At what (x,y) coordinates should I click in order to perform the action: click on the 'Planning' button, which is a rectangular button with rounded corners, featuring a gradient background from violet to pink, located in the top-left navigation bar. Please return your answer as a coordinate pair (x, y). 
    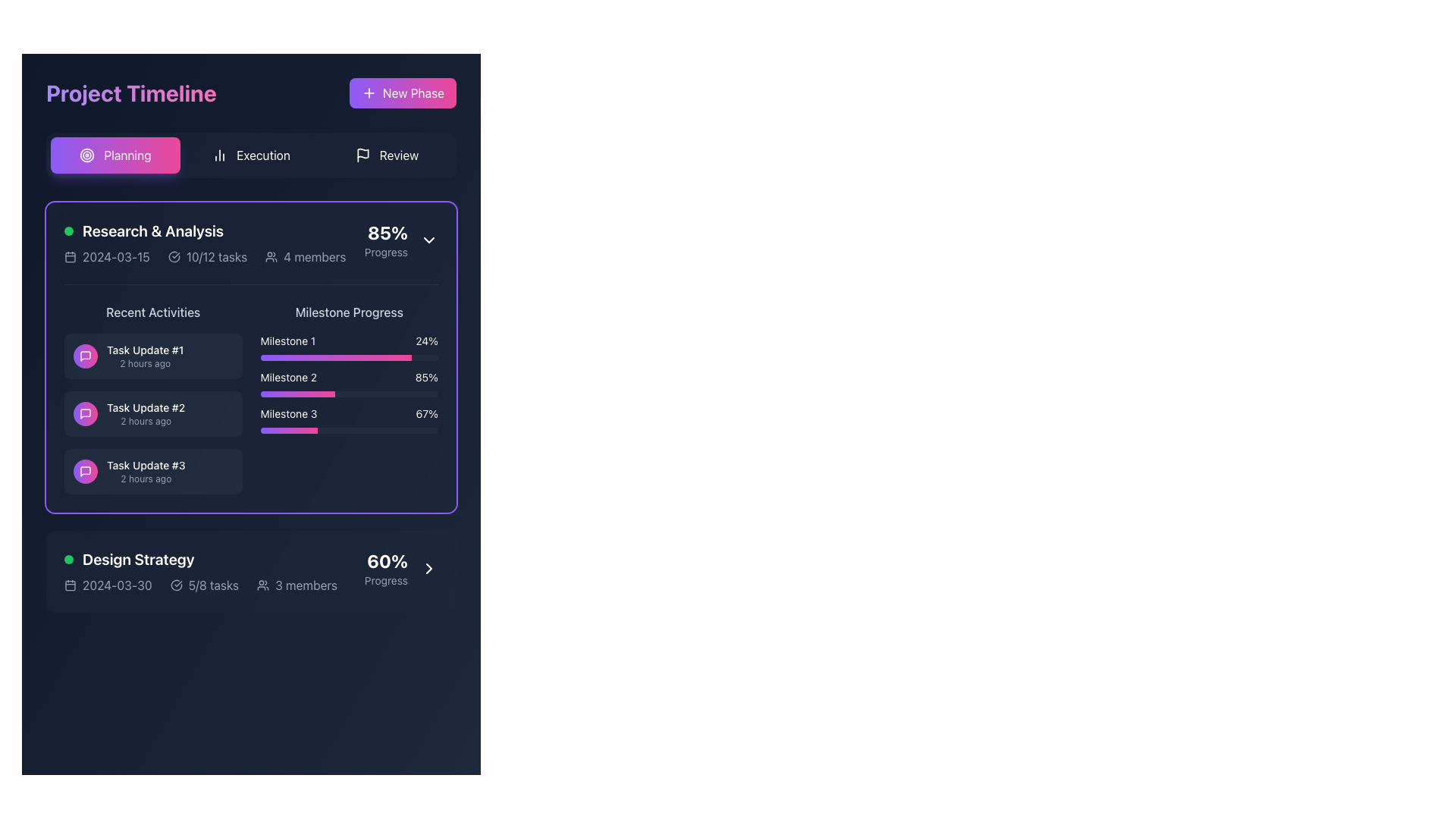
    Looking at the image, I should click on (115, 155).